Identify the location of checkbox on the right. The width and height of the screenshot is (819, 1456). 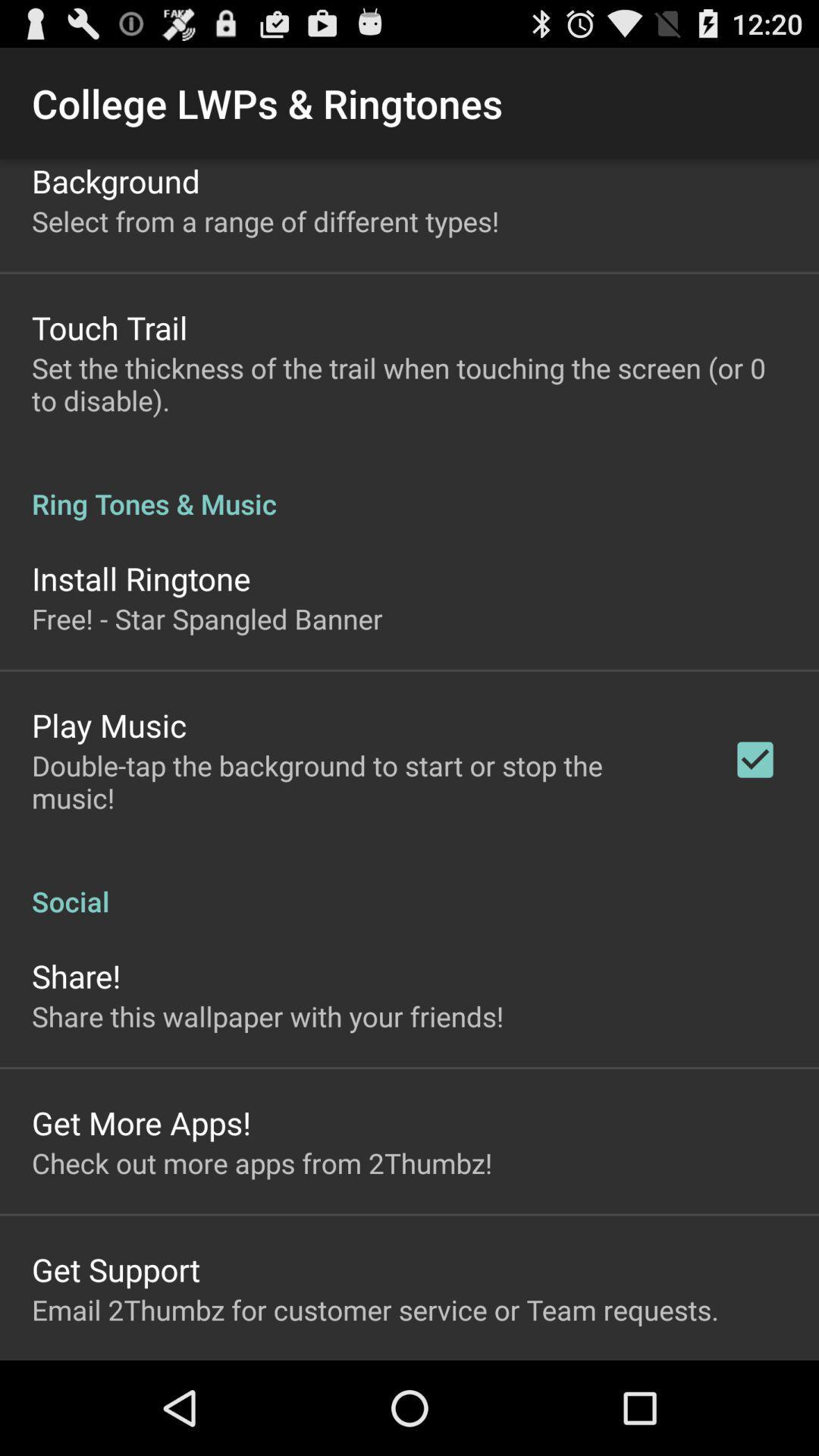
(755, 760).